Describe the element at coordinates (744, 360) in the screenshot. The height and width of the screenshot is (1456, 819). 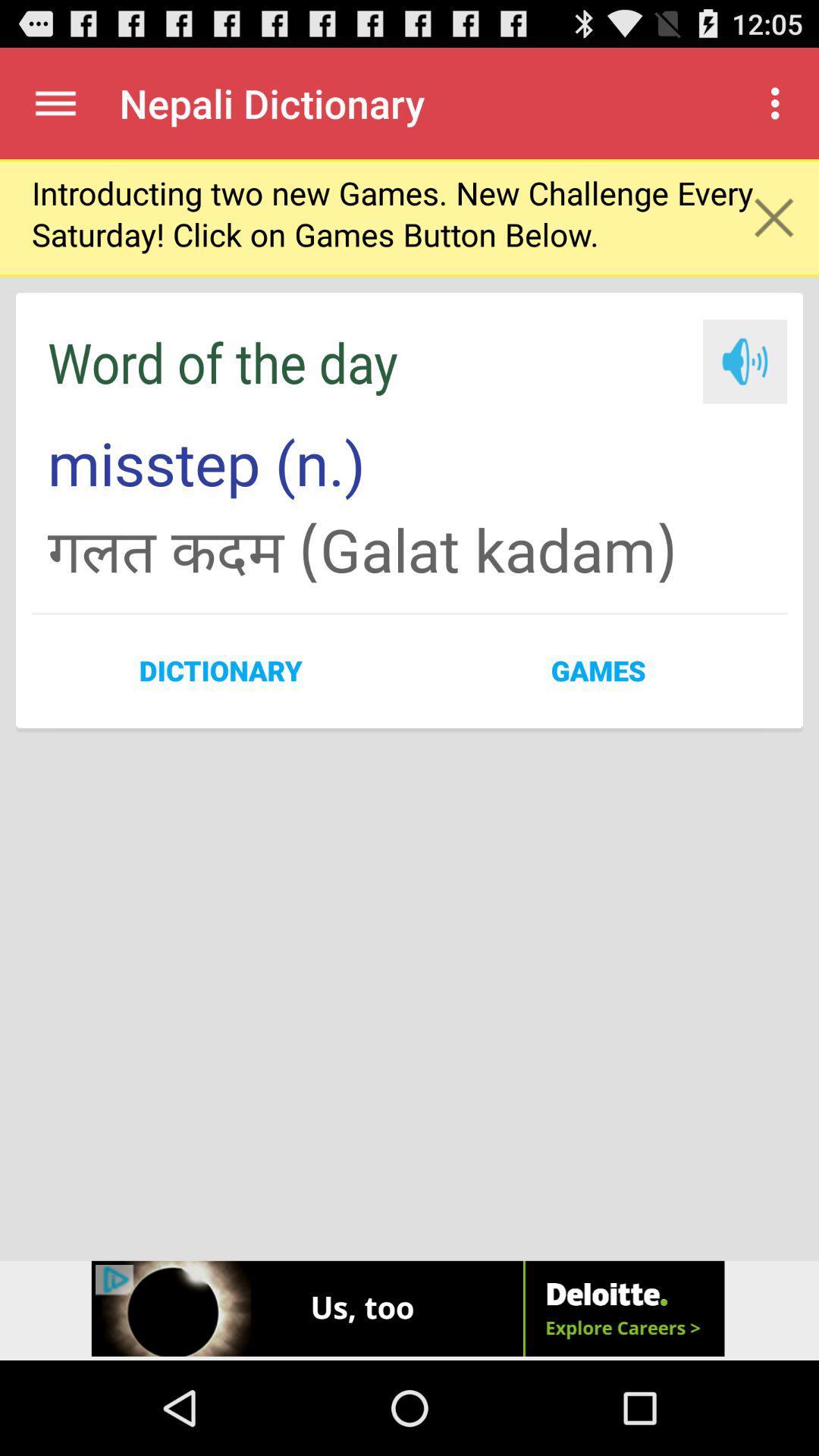
I see `listen to the pronounciation of the word` at that location.